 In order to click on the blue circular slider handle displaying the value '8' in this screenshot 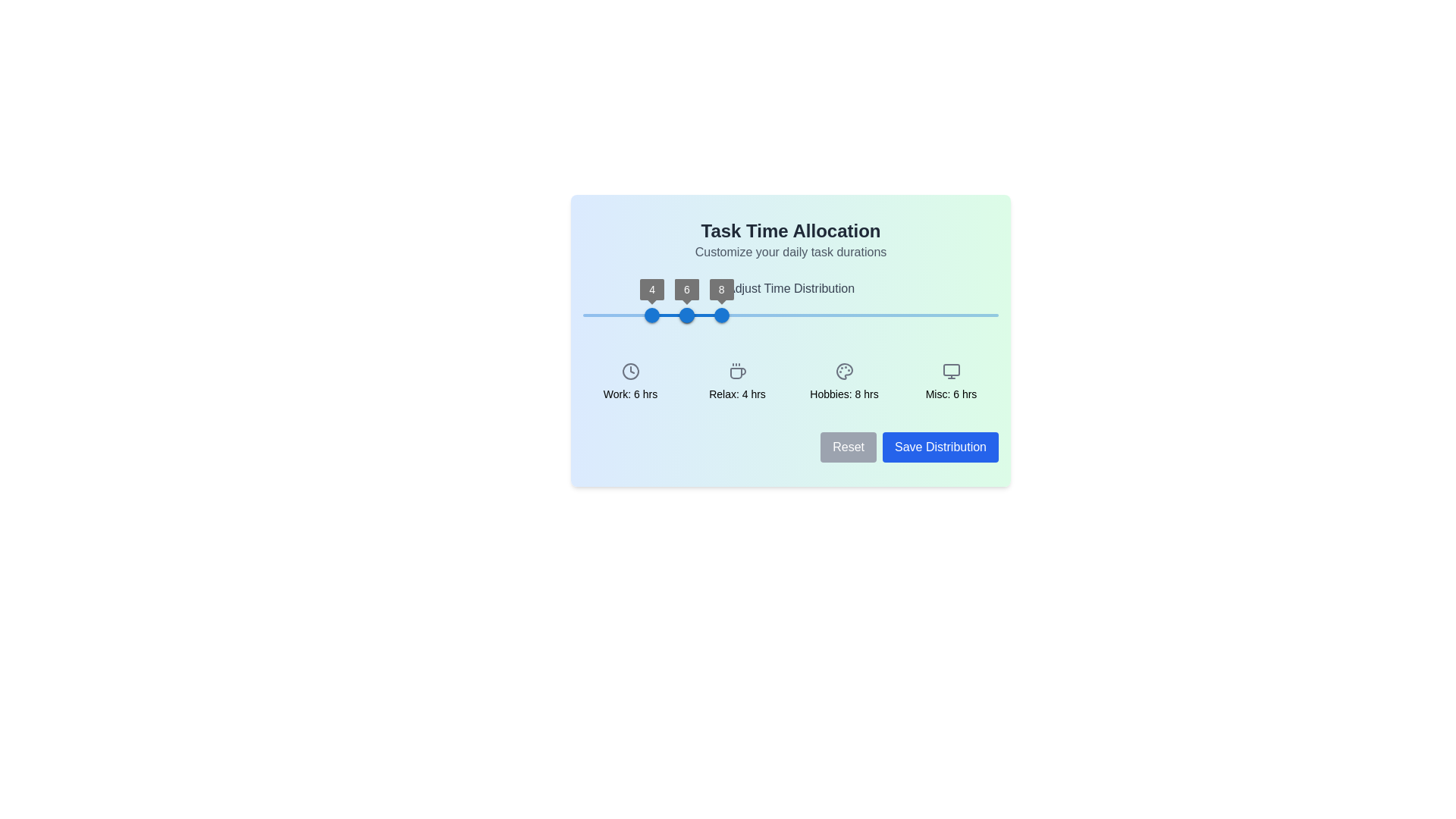, I will do `click(720, 315)`.